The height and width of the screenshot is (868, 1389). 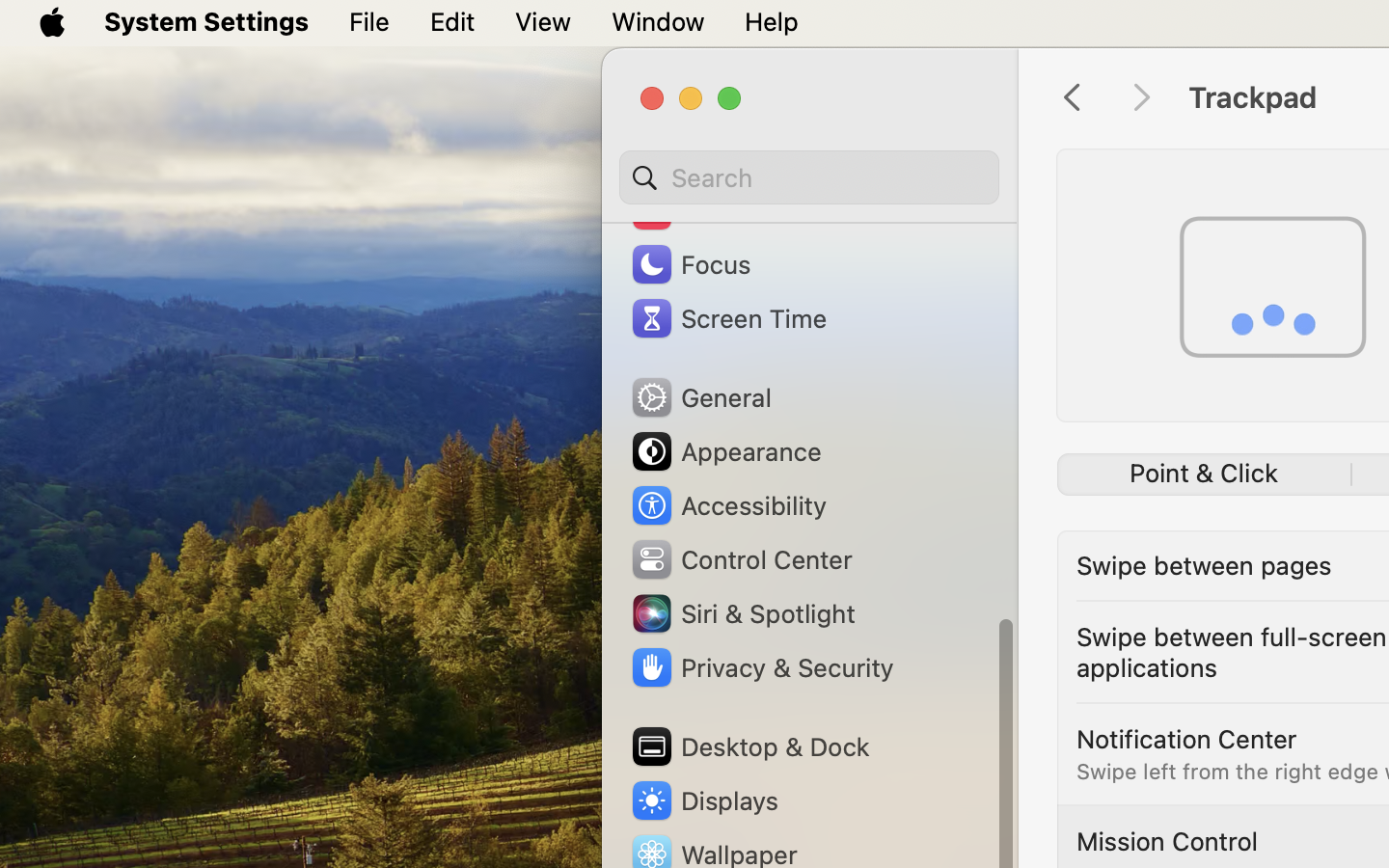 What do you see at coordinates (1185, 737) in the screenshot?
I see `'Notification Center'` at bounding box center [1185, 737].